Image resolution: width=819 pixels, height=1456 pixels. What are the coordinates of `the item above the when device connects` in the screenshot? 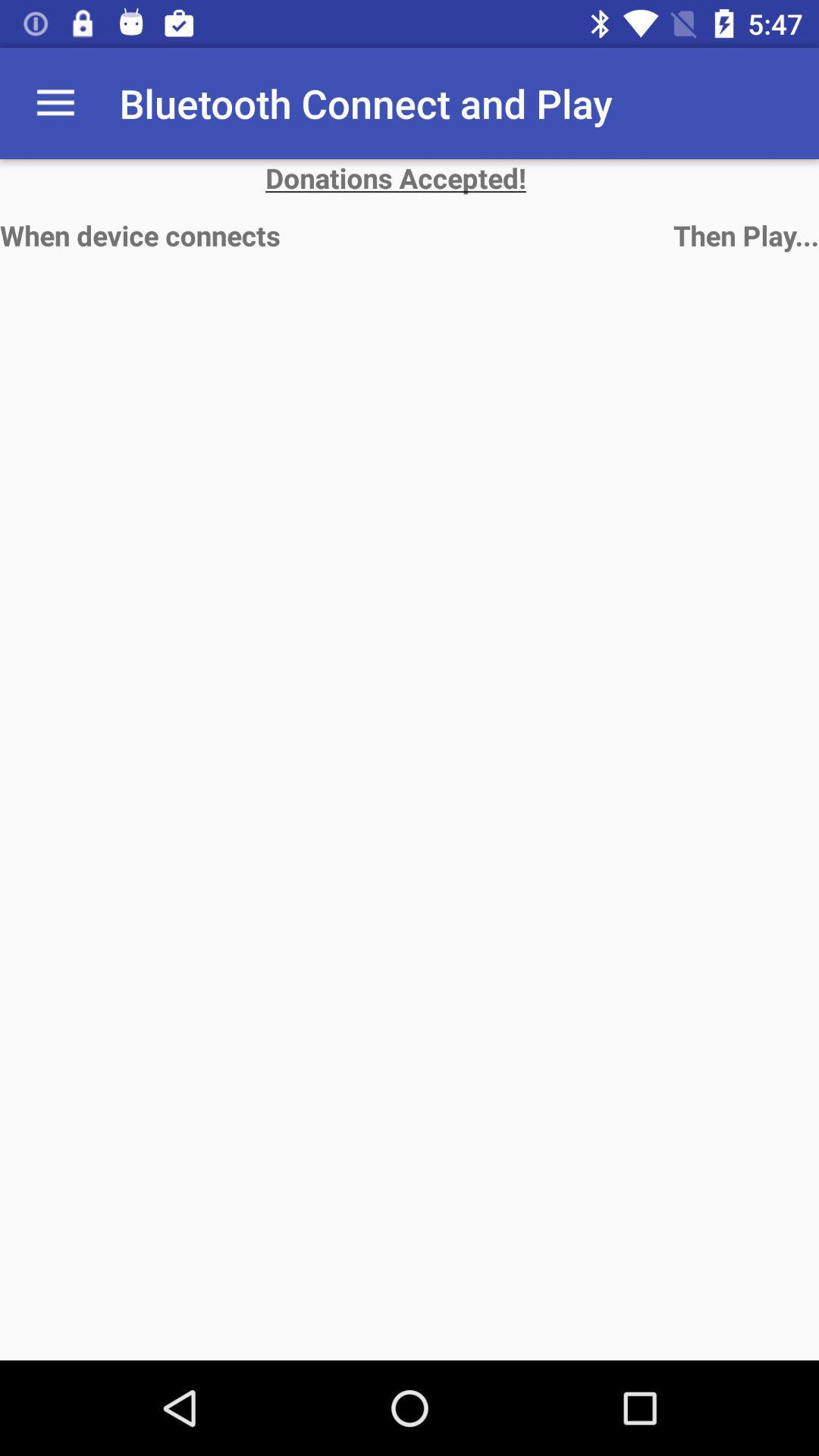 It's located at (55, 102).